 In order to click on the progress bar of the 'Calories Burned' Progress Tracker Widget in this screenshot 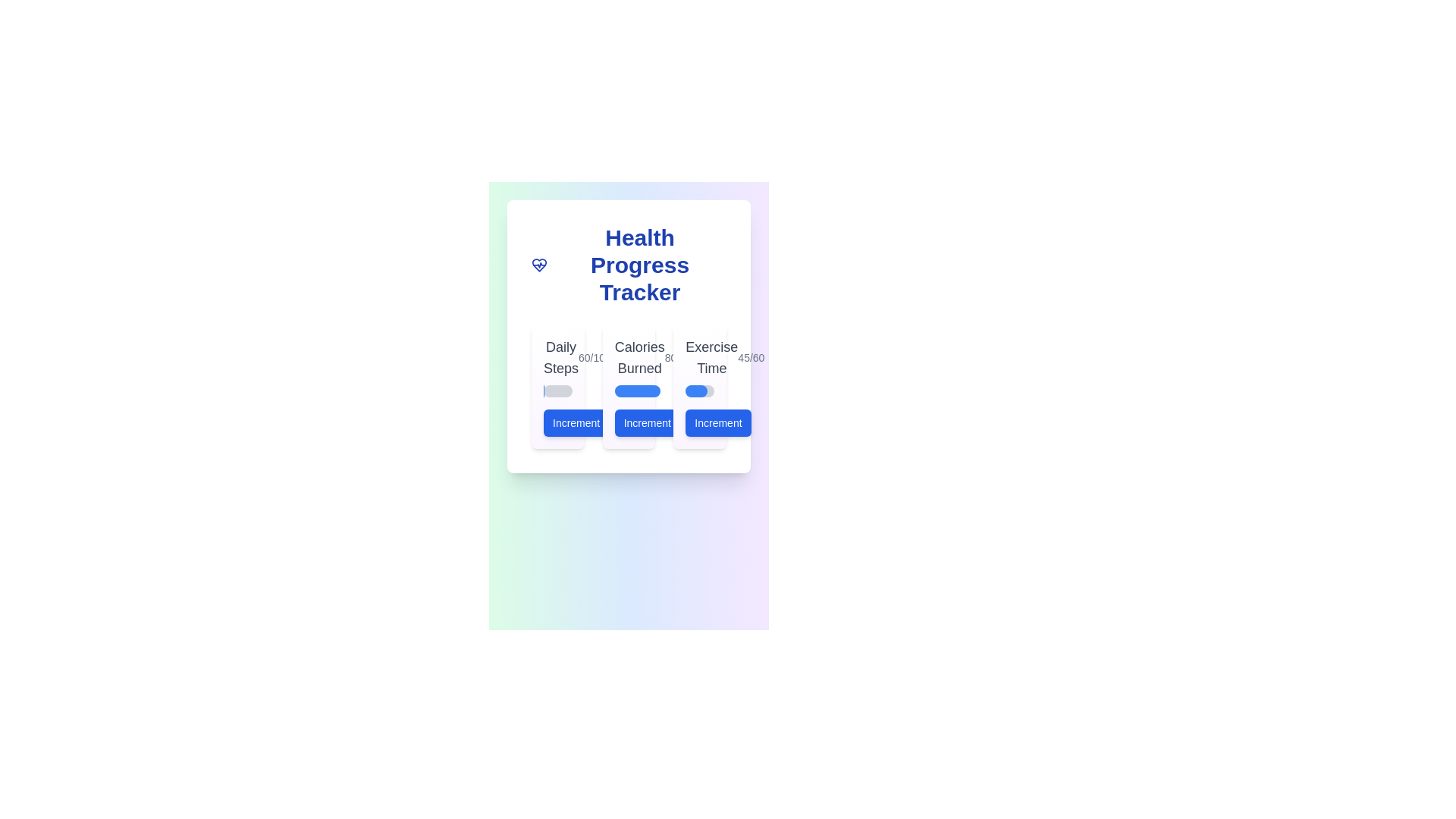, I will do `click(629, 385)`.